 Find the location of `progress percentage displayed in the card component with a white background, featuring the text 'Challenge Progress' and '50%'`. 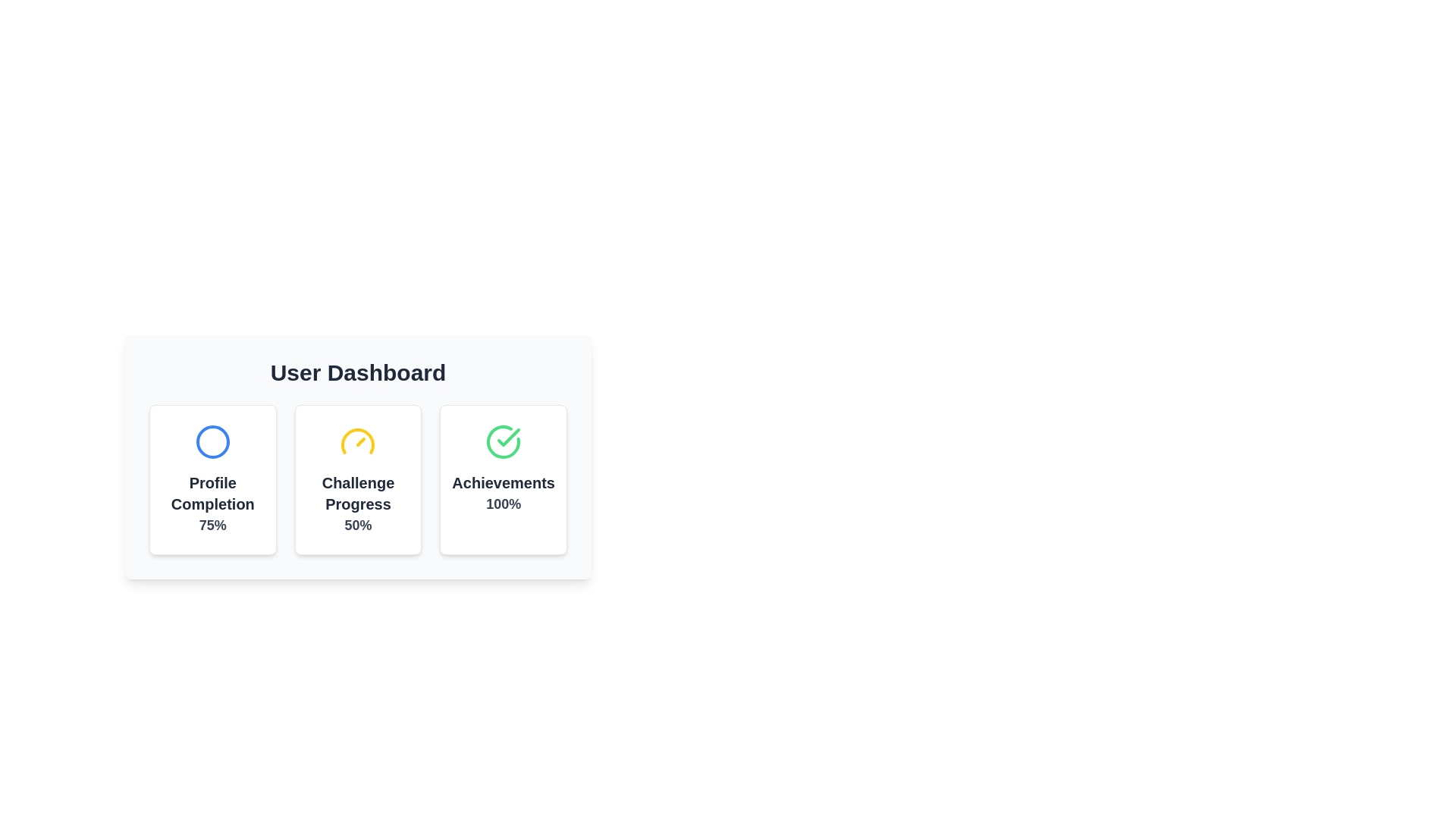

progress percentage displayed in the card component with a white background, featuring the text 'Challenge Progress' and '50%' is located at coordinates (357, 479).